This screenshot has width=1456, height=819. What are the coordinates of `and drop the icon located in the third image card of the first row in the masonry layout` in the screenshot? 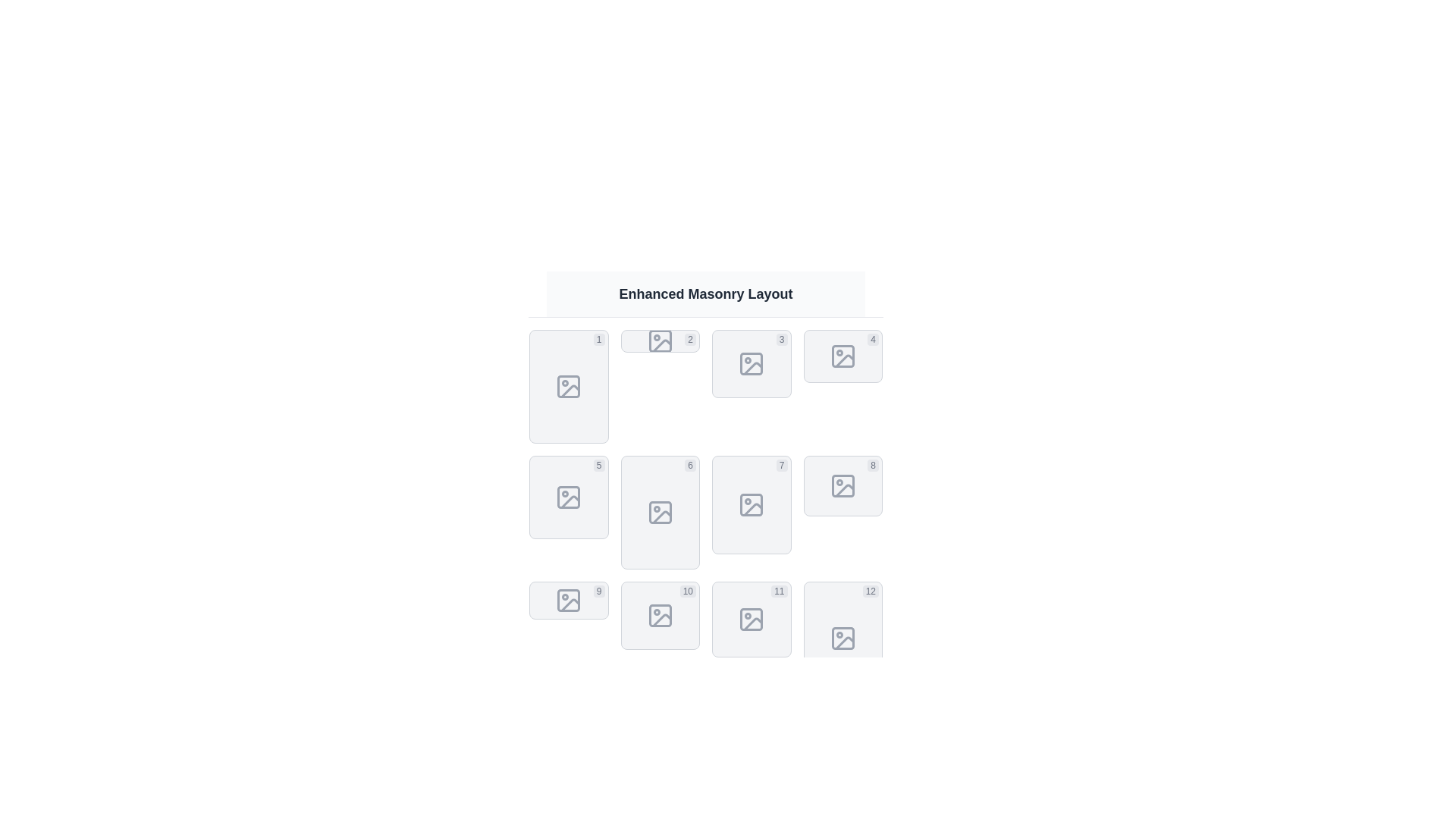 It's located at (752, 363).